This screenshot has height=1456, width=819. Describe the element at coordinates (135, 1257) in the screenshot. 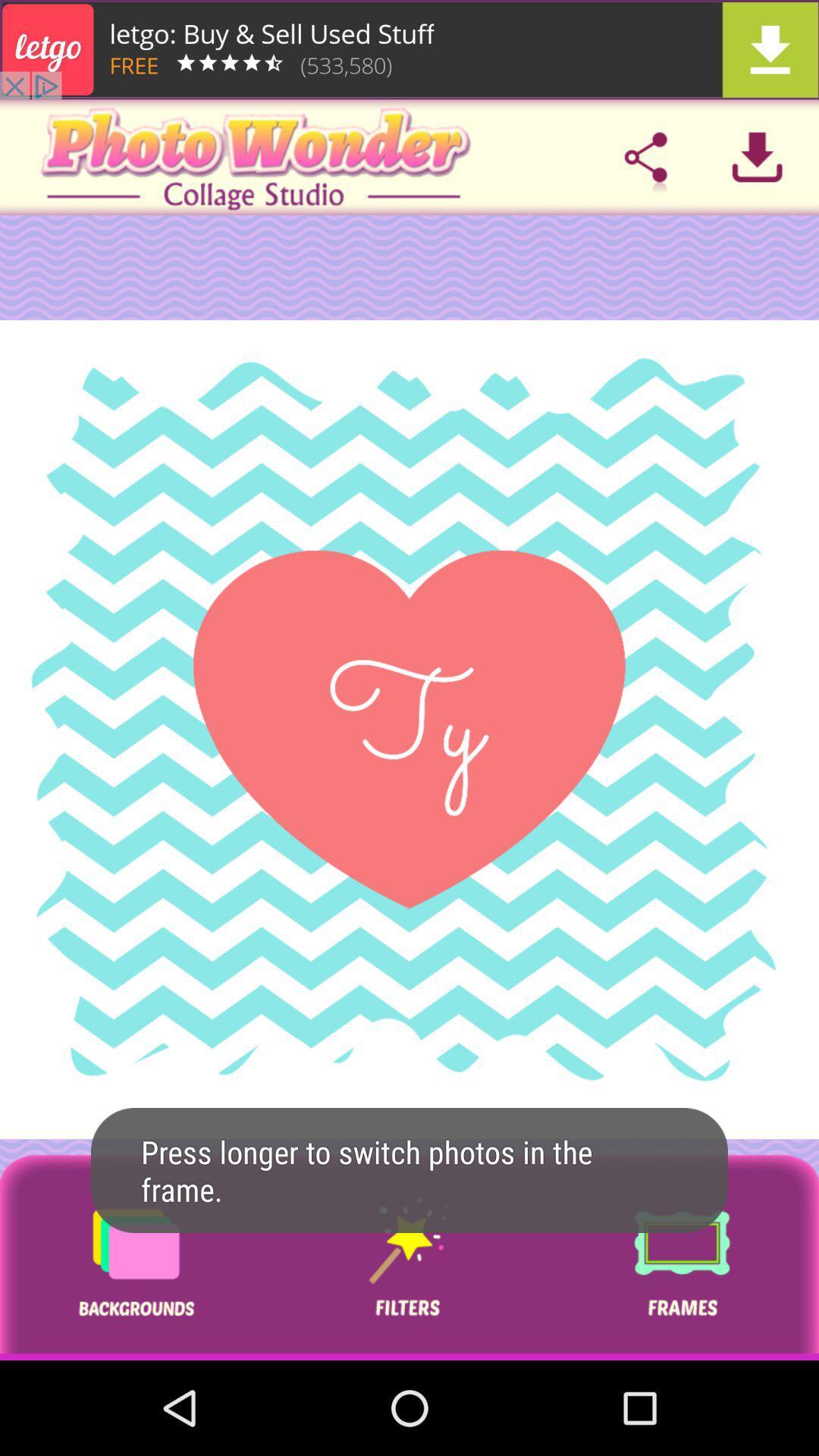

I see `backgrounds` at that location.